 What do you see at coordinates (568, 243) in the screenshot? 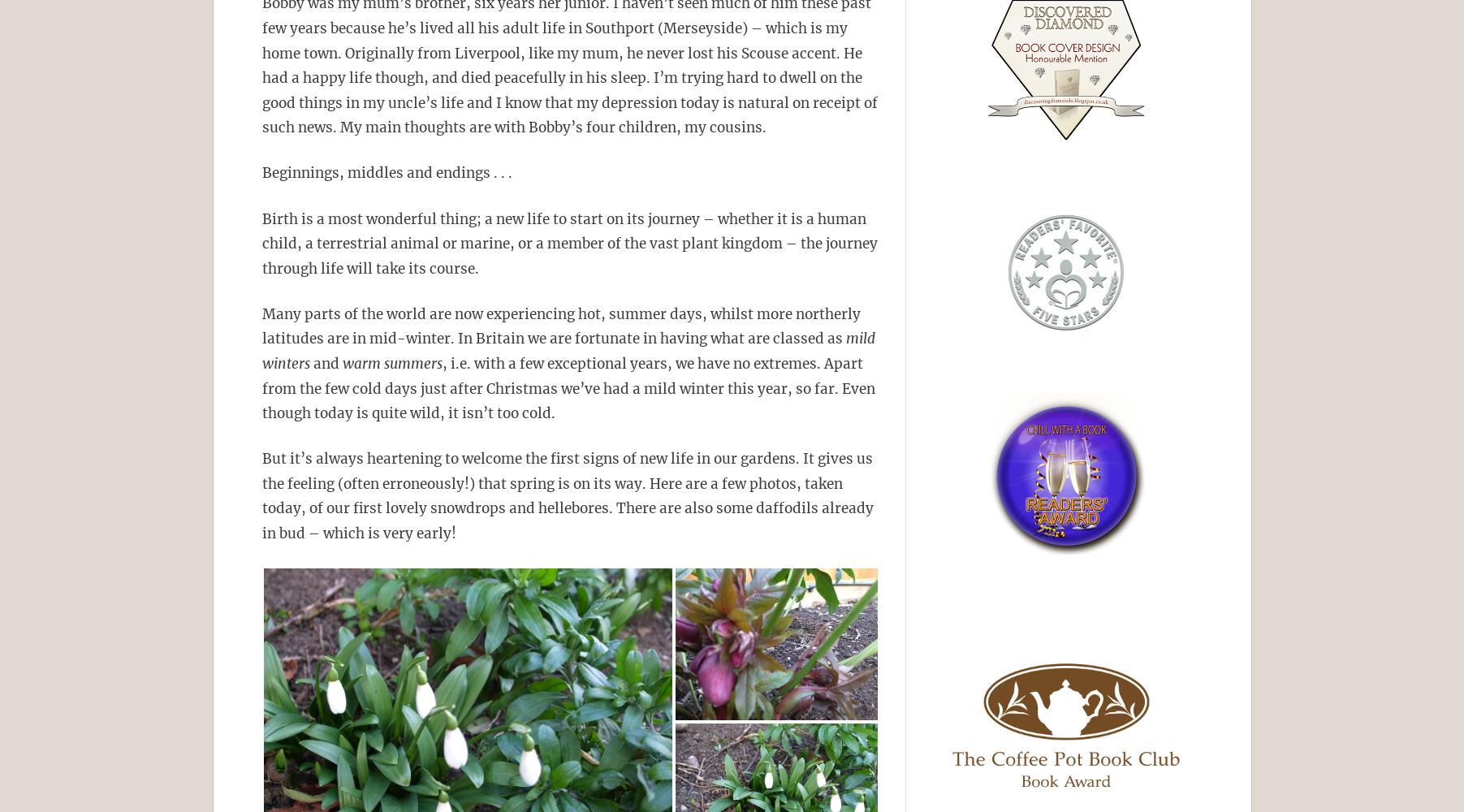
I see `'Birth is a most wonderful thing; a new life to start on its journey – whether it is a human child, a terrestrial animal or marine, or a member of the vast plant kingdom – the journey through life will take its course.'` at bounding box center [568, 243].